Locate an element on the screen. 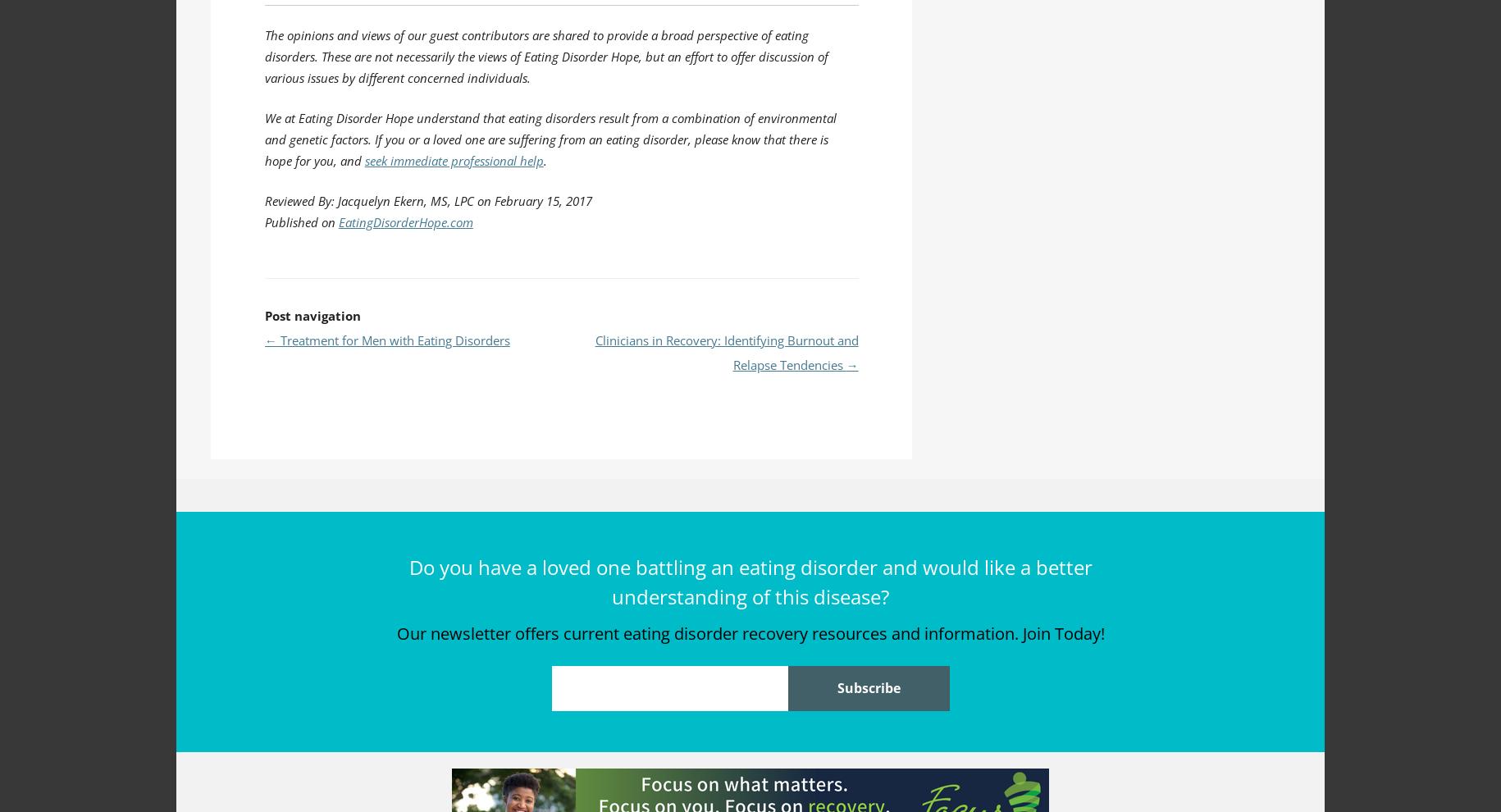  'Our newsletter offers current eating disorder recovery resources and information. Join Today!' is located at coordinates (750, 633).